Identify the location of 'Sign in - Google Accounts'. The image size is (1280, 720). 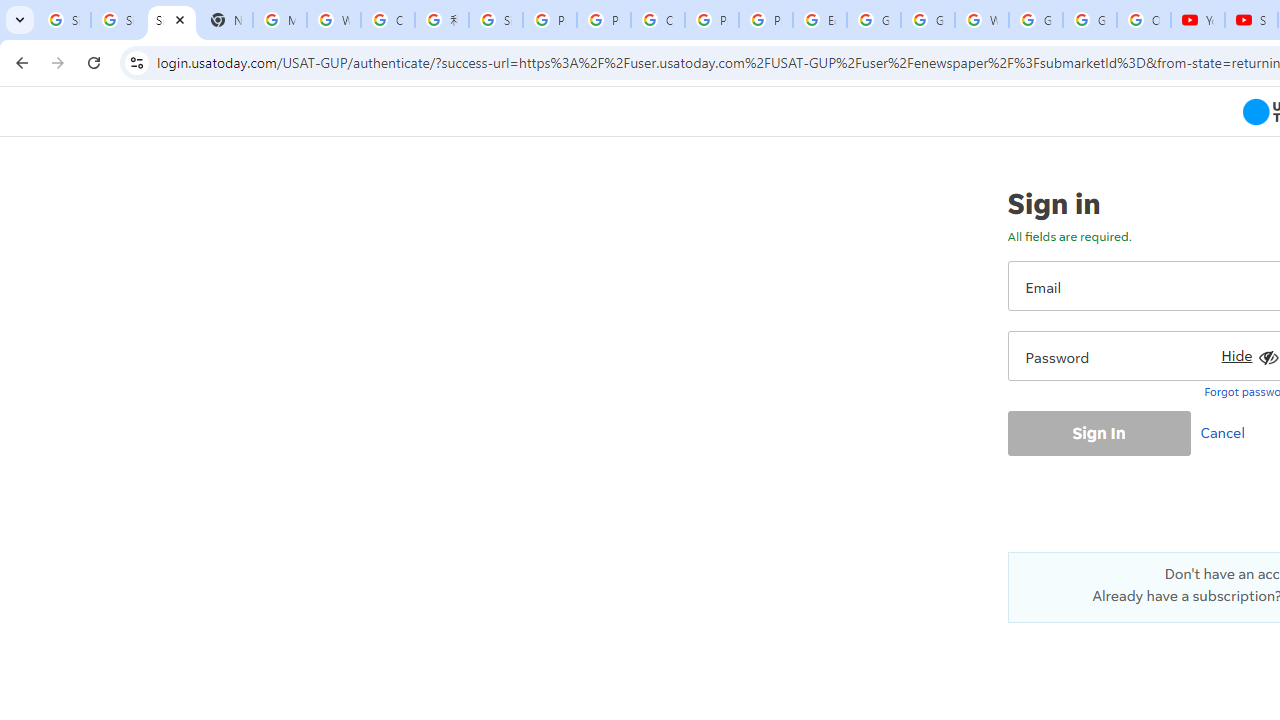
(116, 20).